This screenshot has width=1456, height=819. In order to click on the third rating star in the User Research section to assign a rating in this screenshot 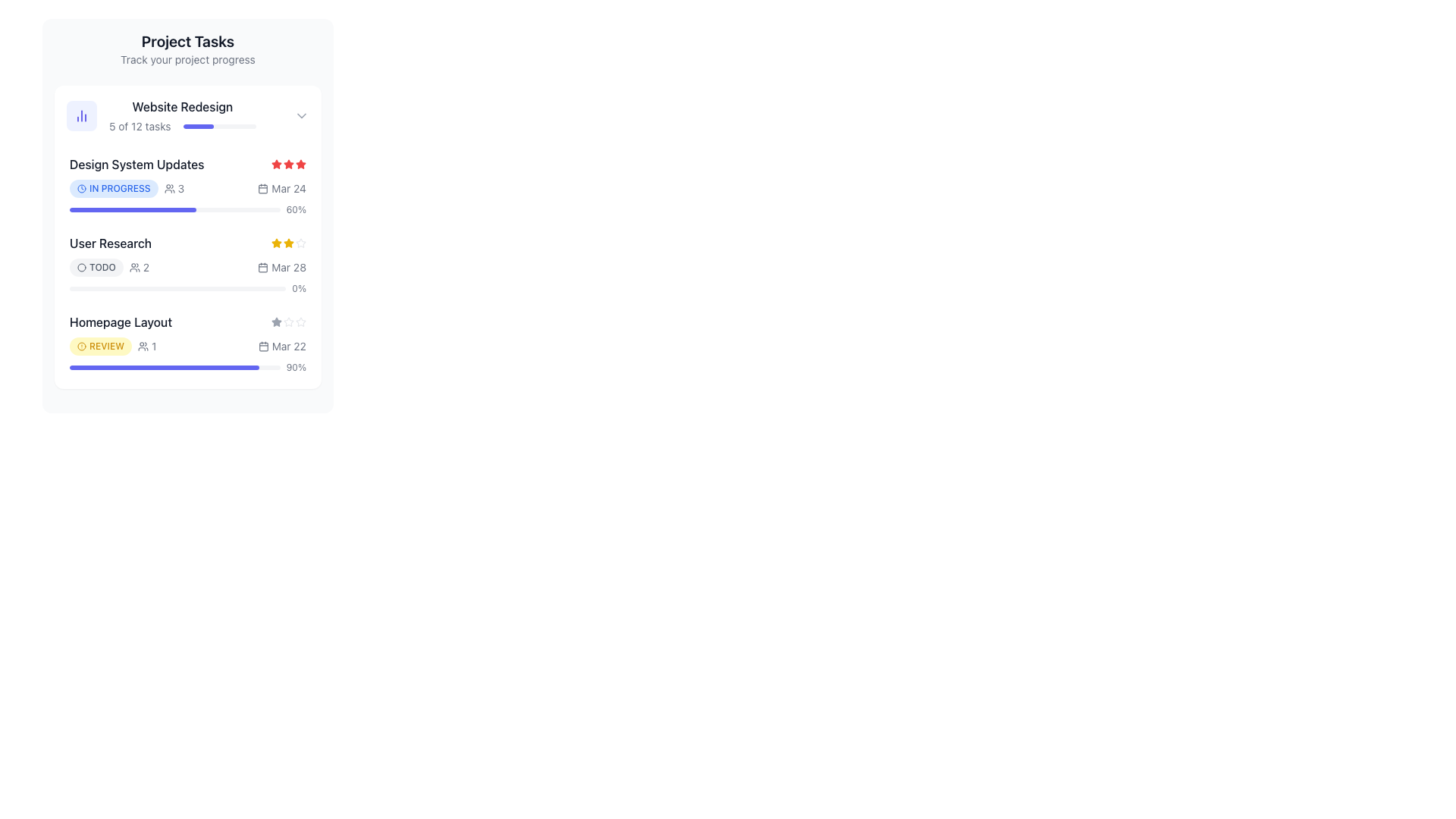, I will do `click(276, 242)`.